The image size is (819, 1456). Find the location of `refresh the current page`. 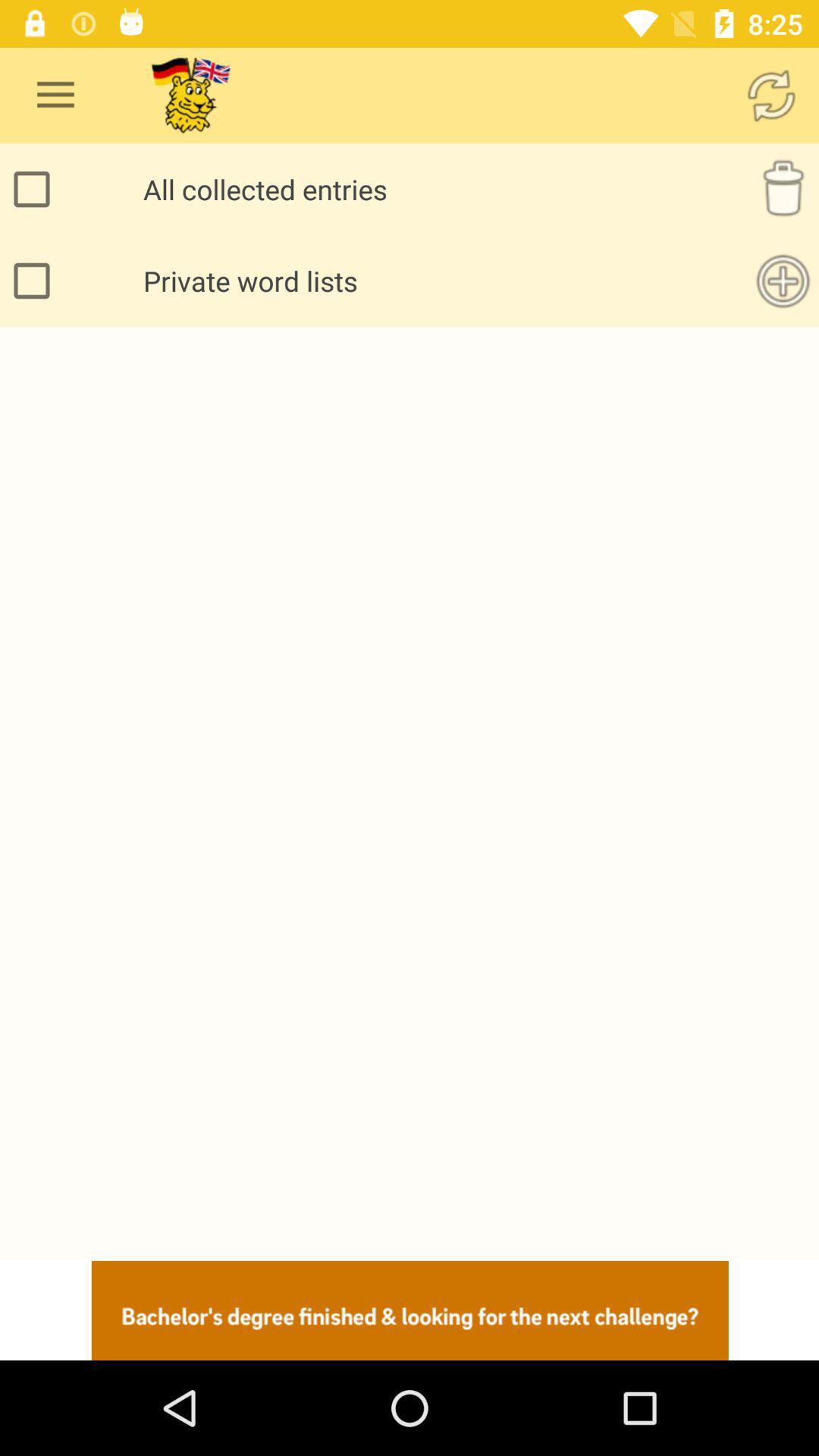

refresh the current page is located at coordinates (771, 94).